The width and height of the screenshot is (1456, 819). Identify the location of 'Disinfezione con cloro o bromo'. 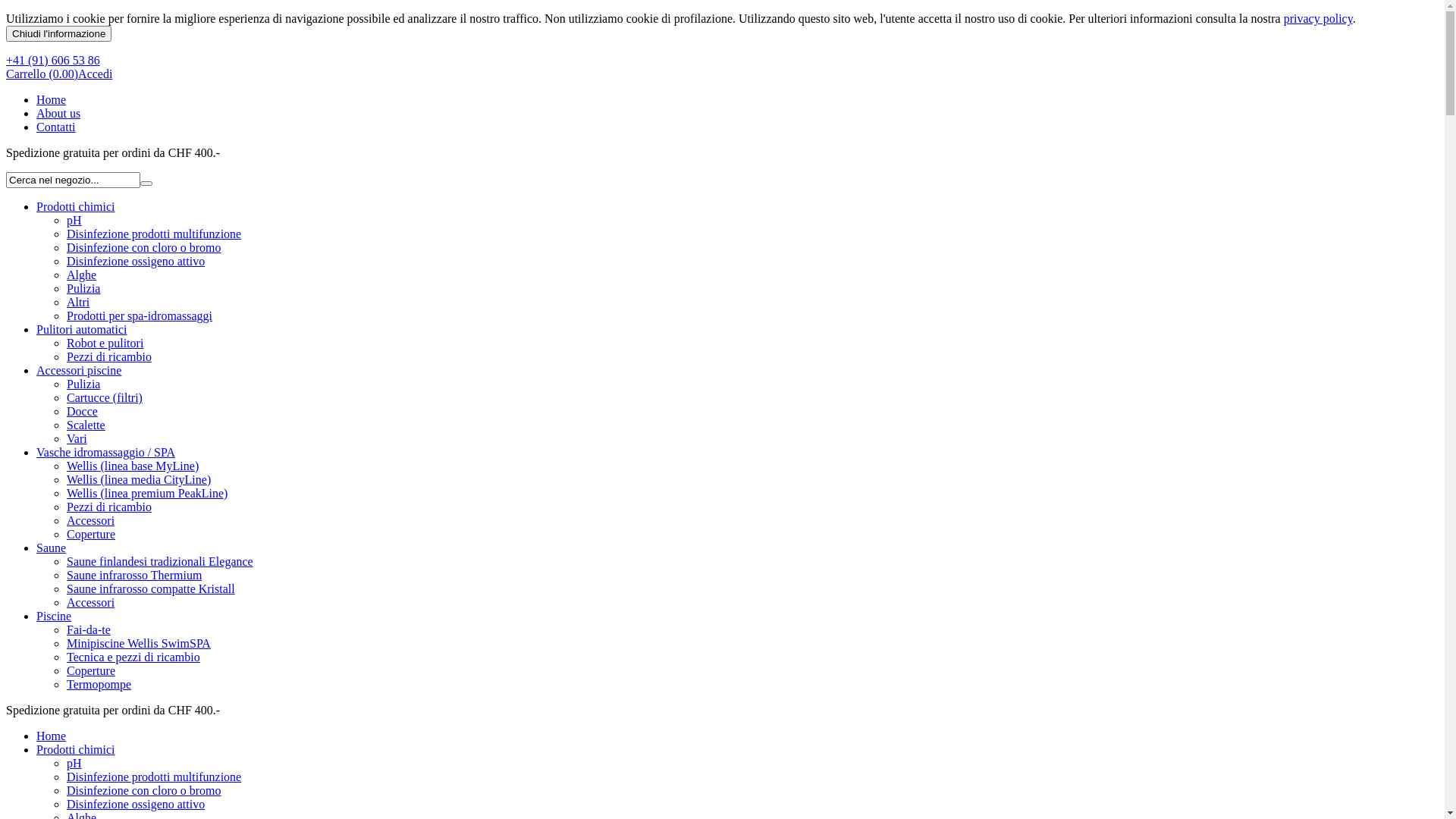
(144, 246).